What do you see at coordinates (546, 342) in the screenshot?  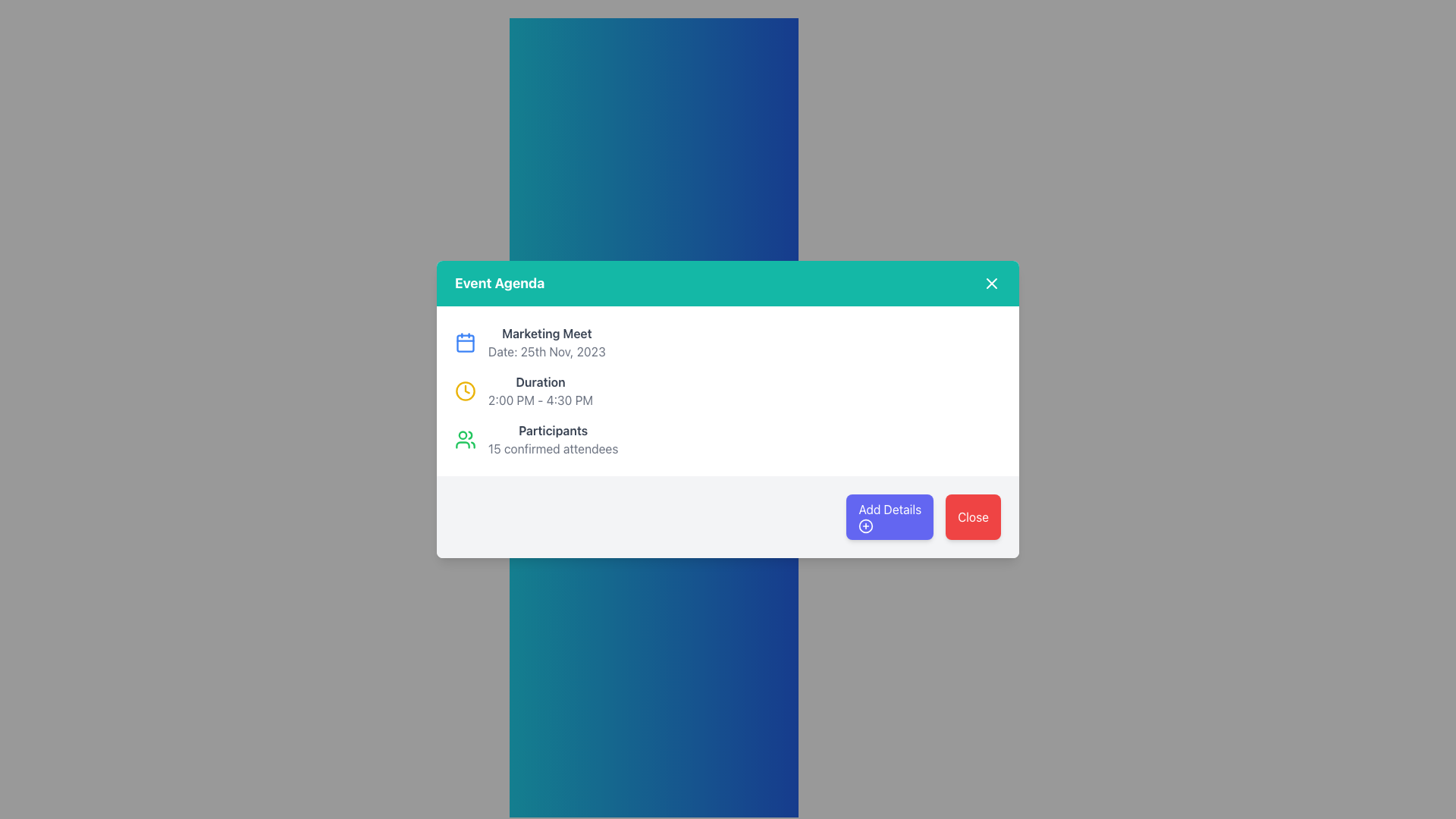 I see `the text block displaying 'Marketing Meet' with the description 'Date: 25th Nov, 2023', located in the 'Event Agenda' card` at bounding box center [546, 342].